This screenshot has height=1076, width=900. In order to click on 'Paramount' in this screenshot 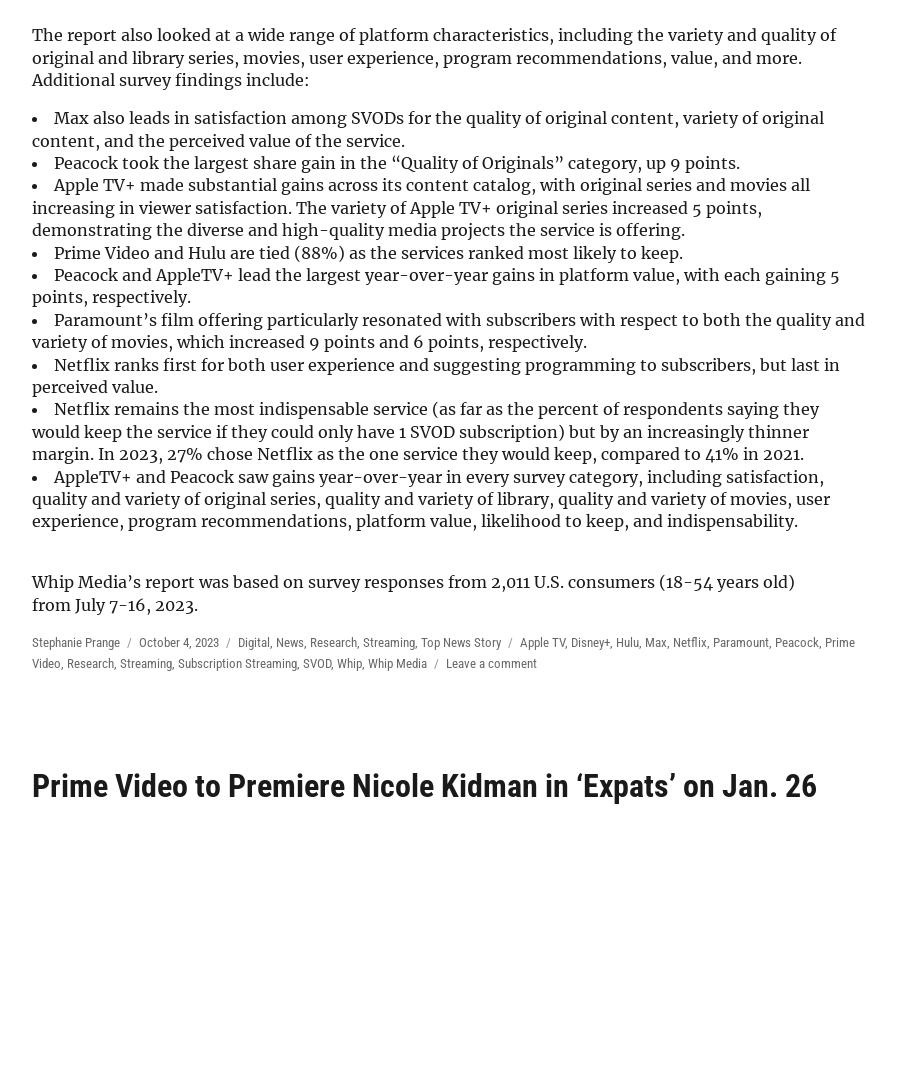, I will do `click(739, 640)`.